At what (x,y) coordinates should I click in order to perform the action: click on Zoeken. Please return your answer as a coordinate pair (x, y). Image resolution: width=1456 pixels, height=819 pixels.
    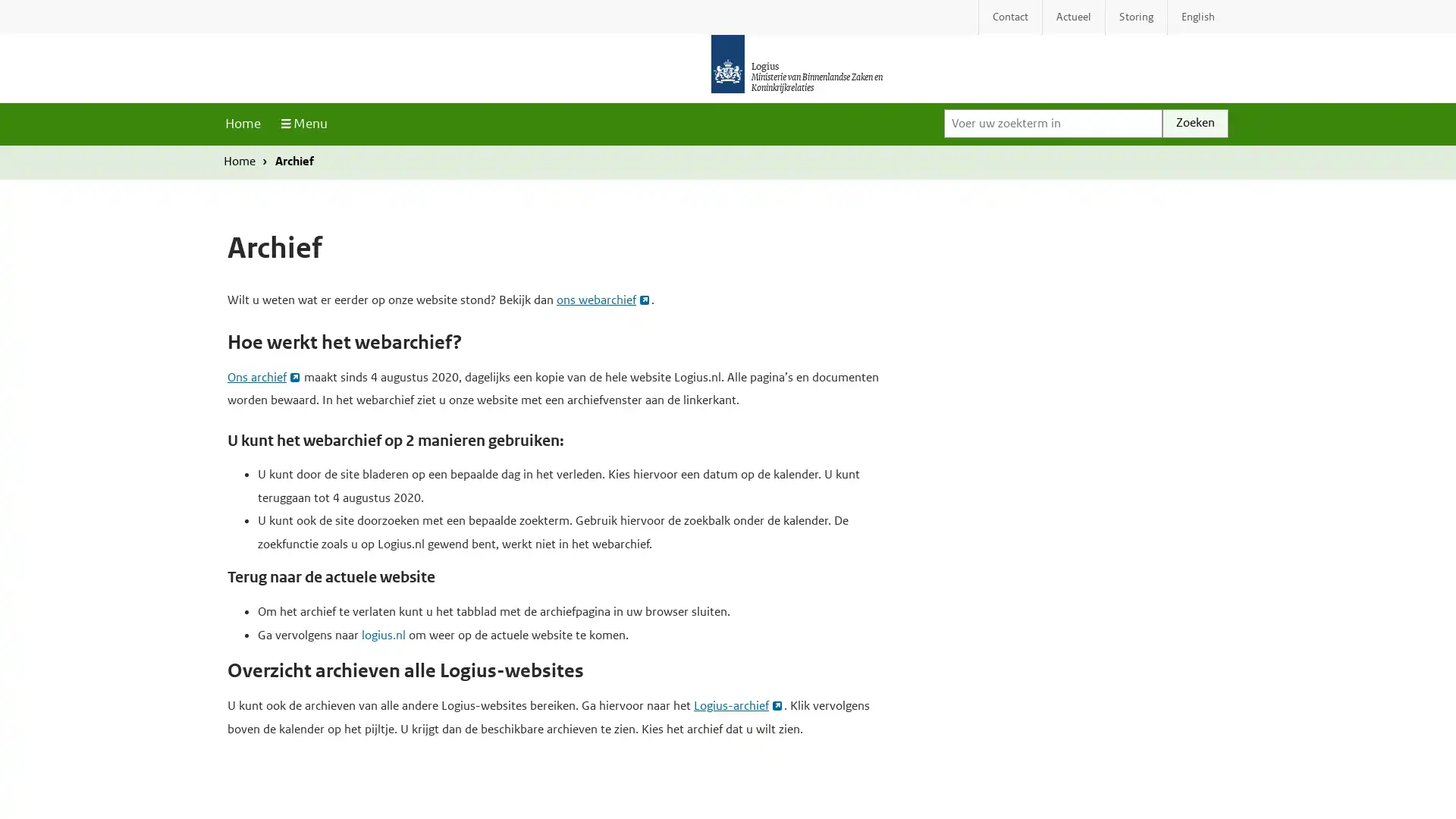
    Looking at the image, I should click on (1194, 122).